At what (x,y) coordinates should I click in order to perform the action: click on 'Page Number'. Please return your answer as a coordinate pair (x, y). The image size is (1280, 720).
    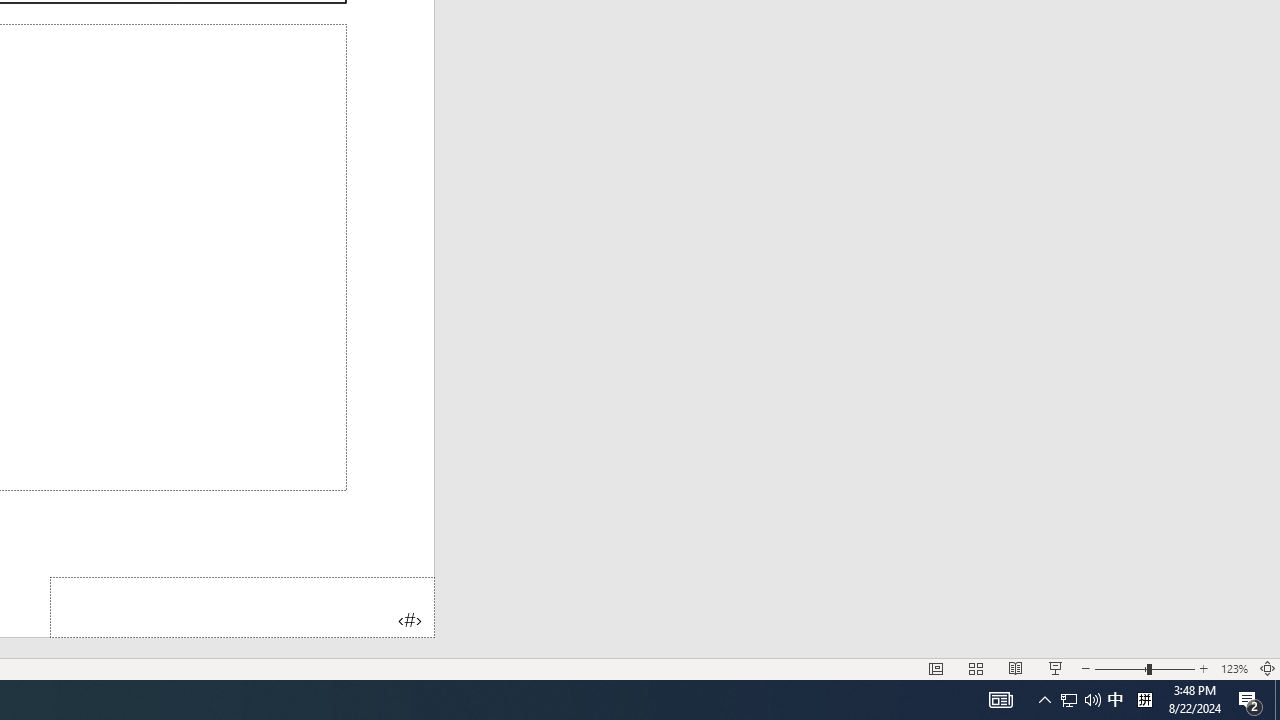
    Looking at the image, I should click on (241, 606).